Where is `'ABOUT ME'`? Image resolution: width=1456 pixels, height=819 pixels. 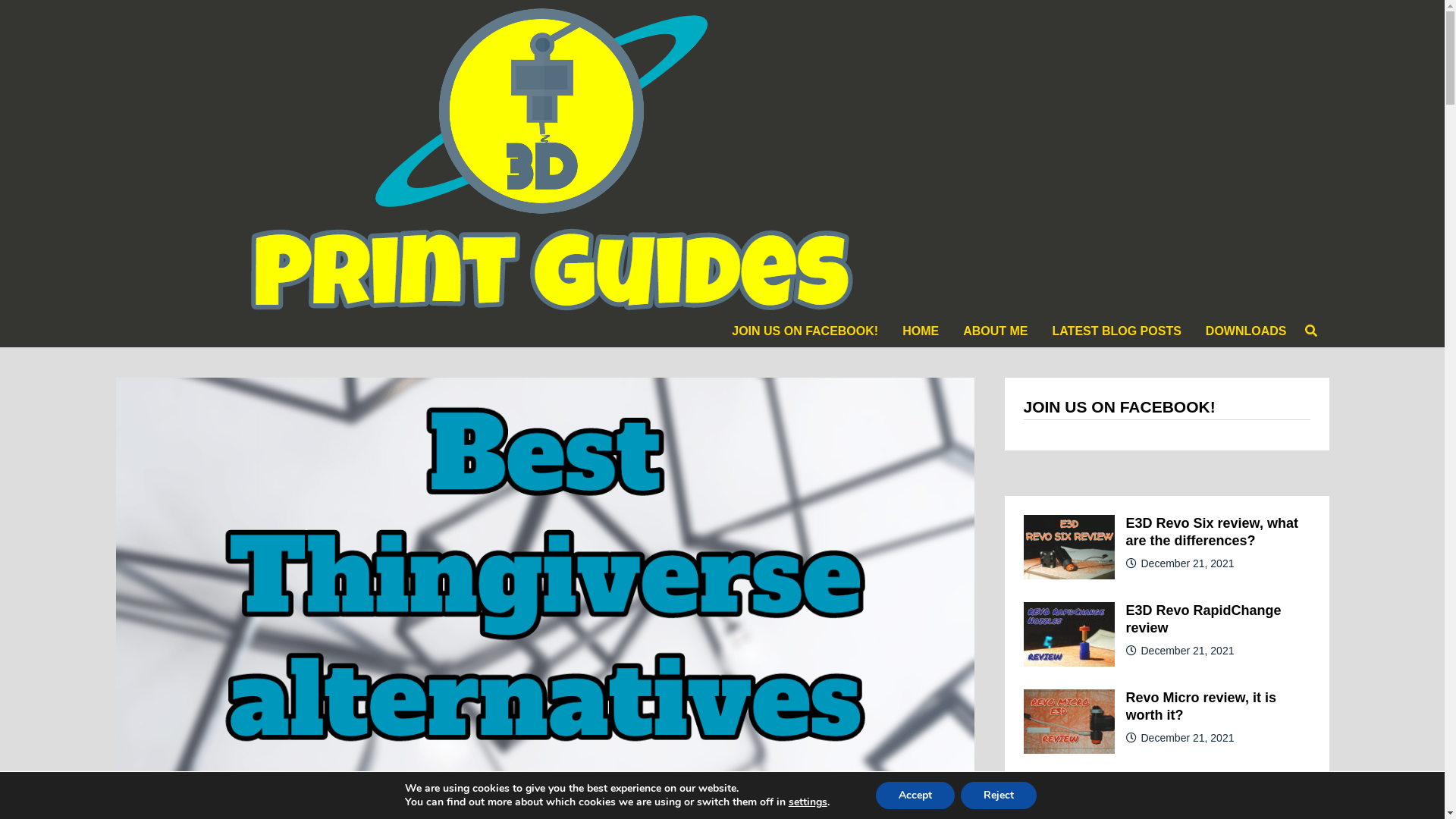
'ABOUT ME' is located at coordinates (995, 330).